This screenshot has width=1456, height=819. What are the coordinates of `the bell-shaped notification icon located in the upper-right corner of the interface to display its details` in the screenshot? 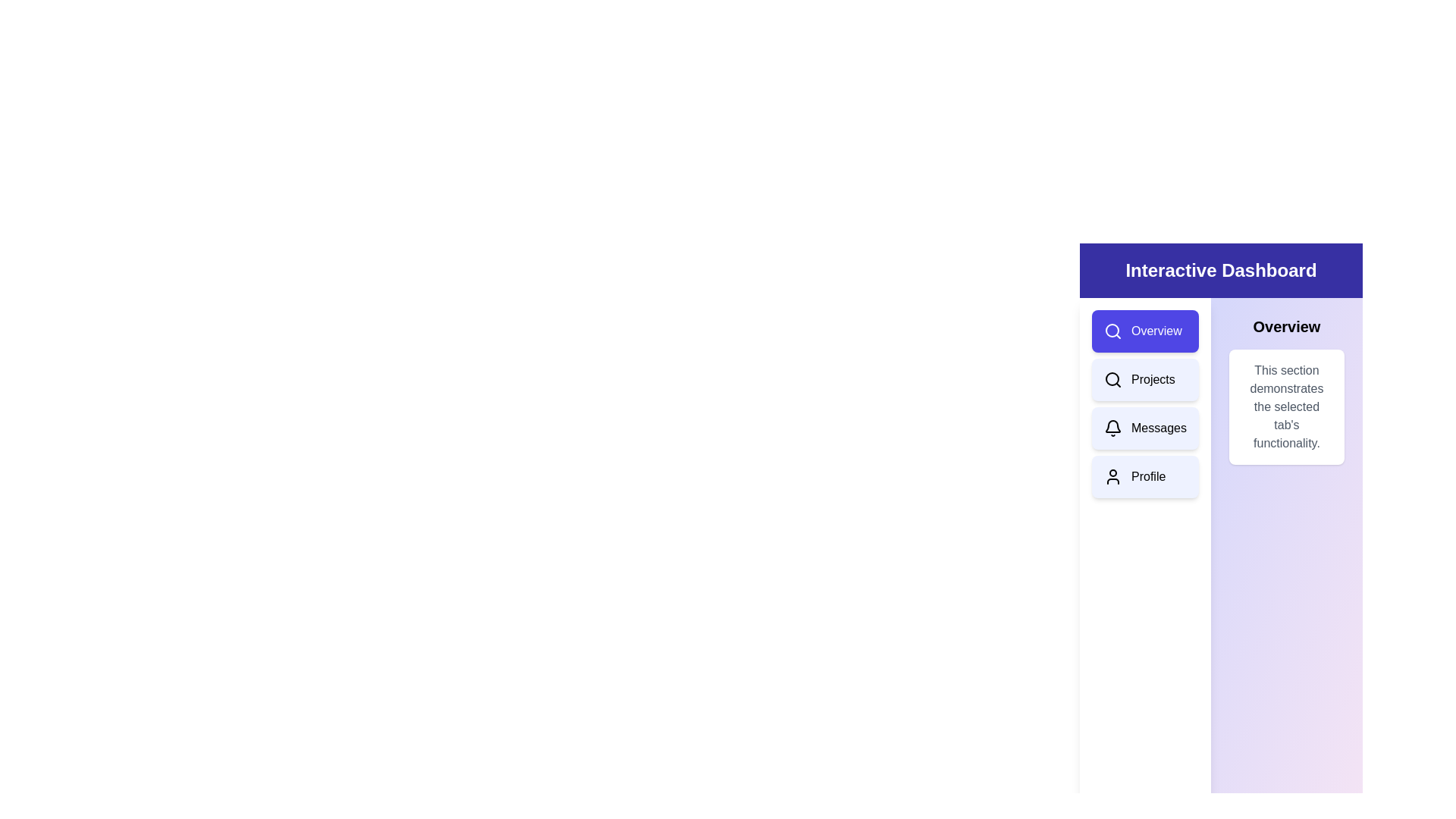 It's located at (1113, 426).